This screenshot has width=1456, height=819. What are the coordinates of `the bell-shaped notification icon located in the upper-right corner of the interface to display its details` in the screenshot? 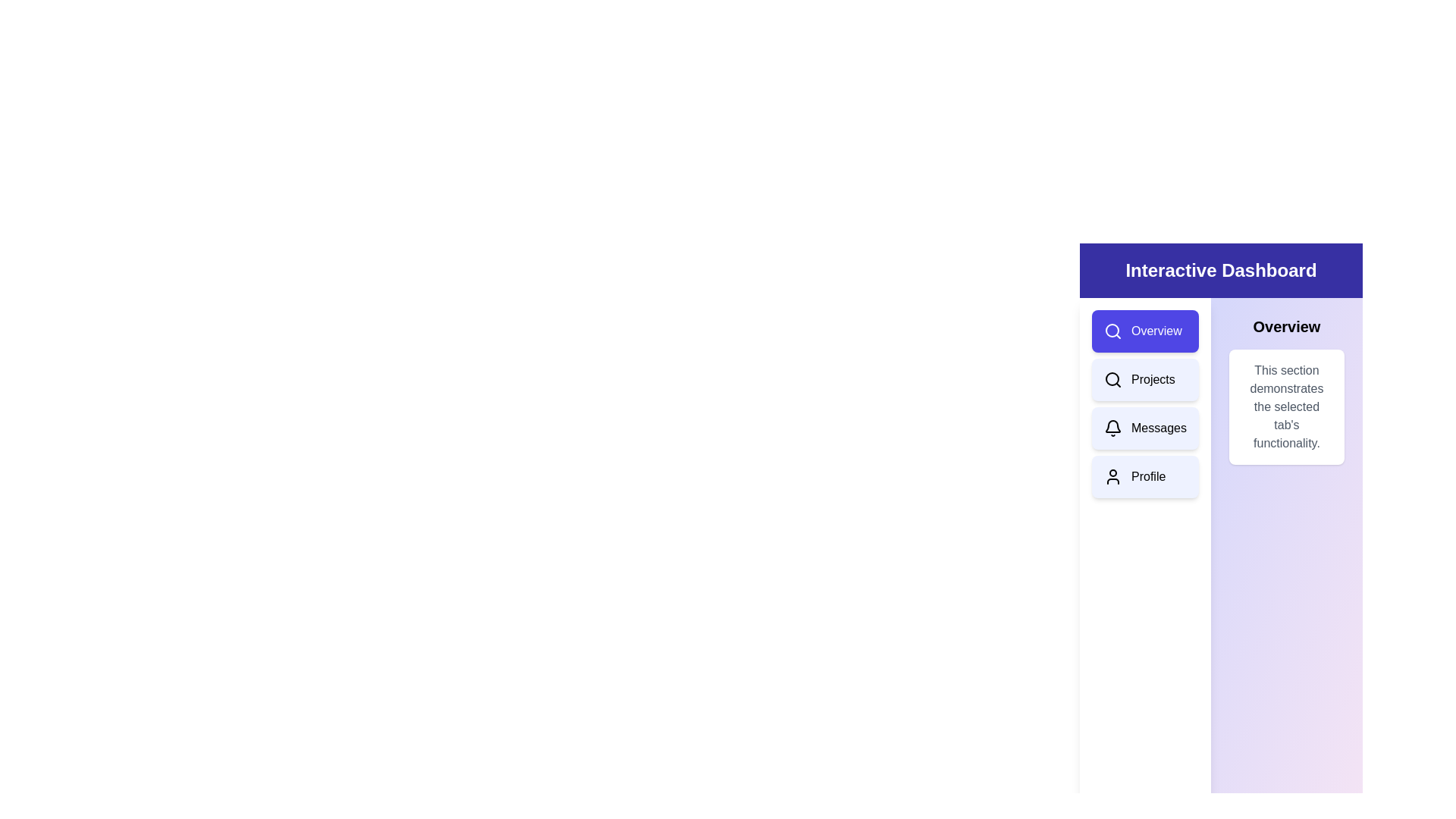 It's located at (1113, 426).